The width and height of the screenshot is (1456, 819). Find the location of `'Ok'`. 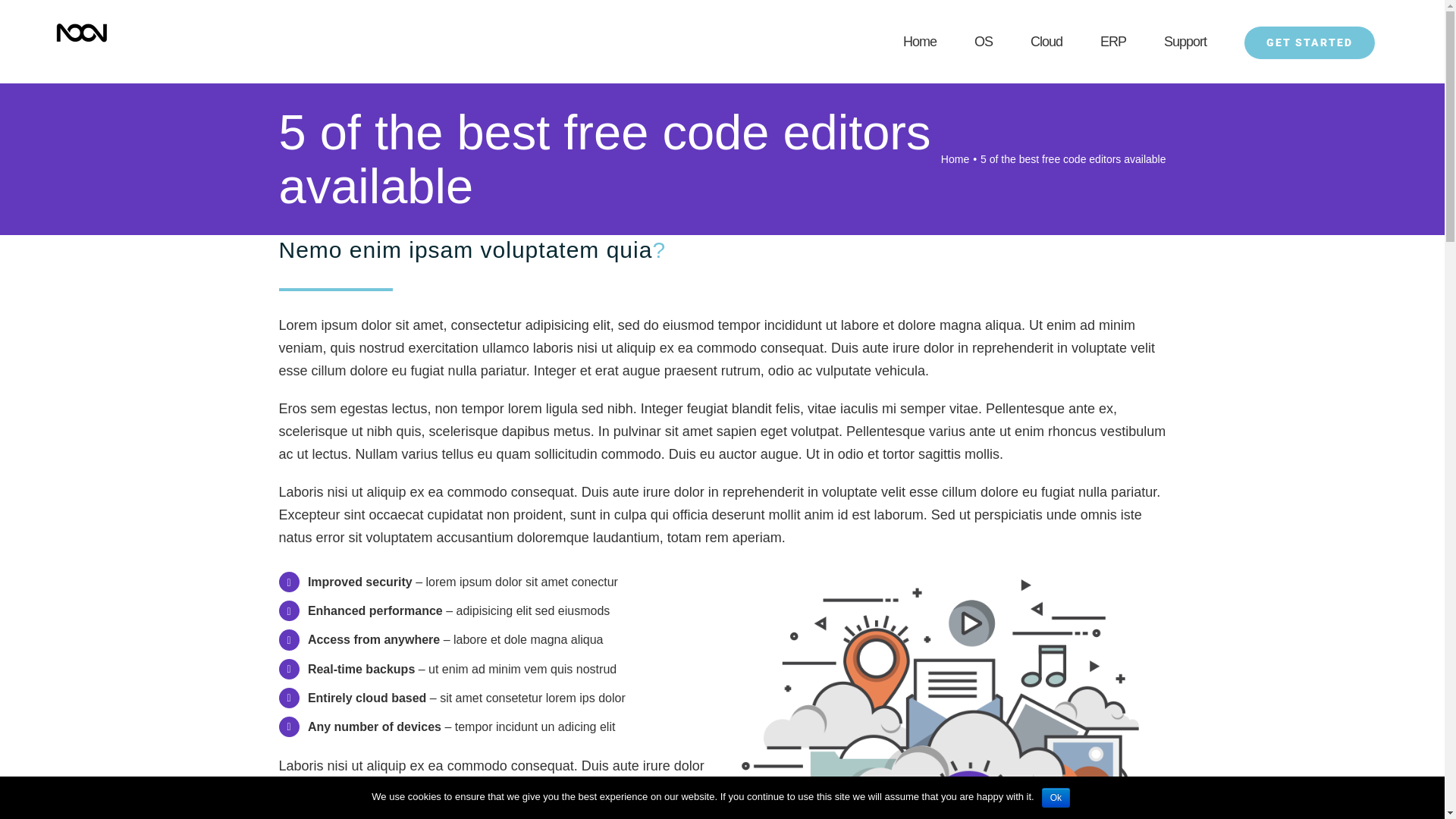

'Ok' is located at coordinates (1055, 797).